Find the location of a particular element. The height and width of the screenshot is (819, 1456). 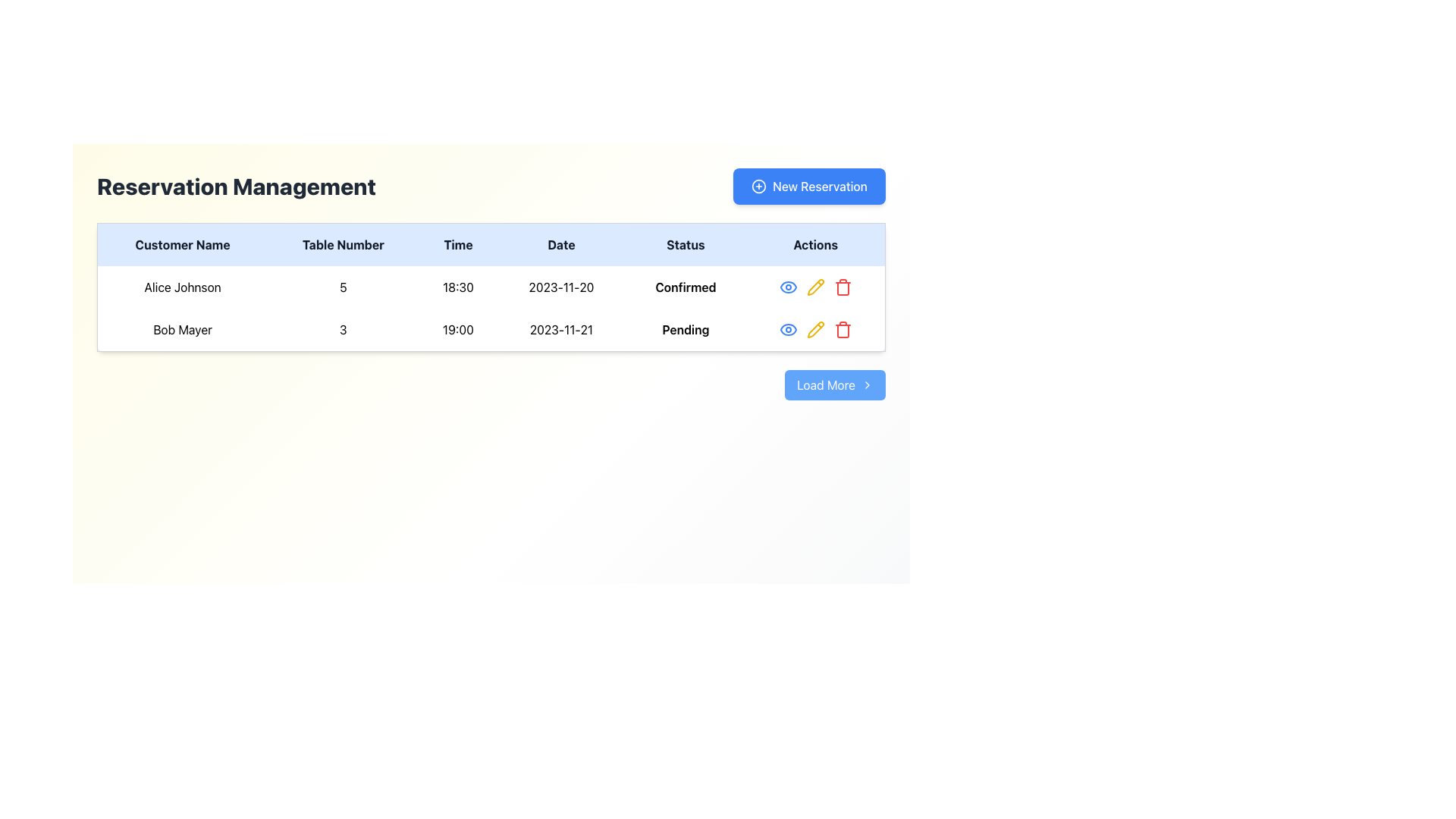

the yellow pencil icon in the 'Actions' column of the reservation table for Alice Johnson is located at coordinates (814, 287).